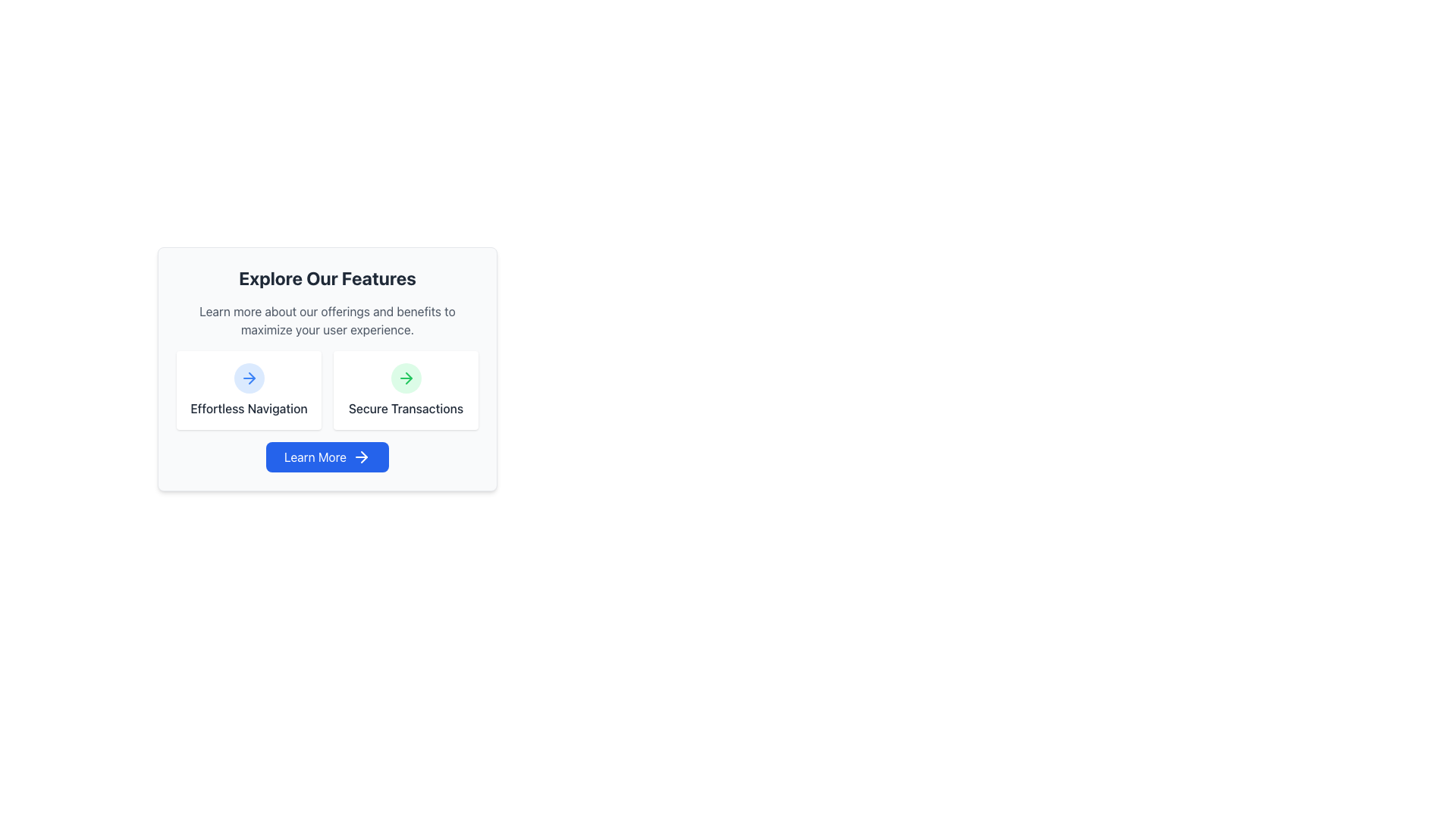 This screenshot has height=819, width=1456. What do you see at coordinates (408, 377) in the screenshot?
I see `the arrow icon in the 'Learn More' button located at the bottom center of the 'Explore Our Features' card` at bounding box center [408, 377].